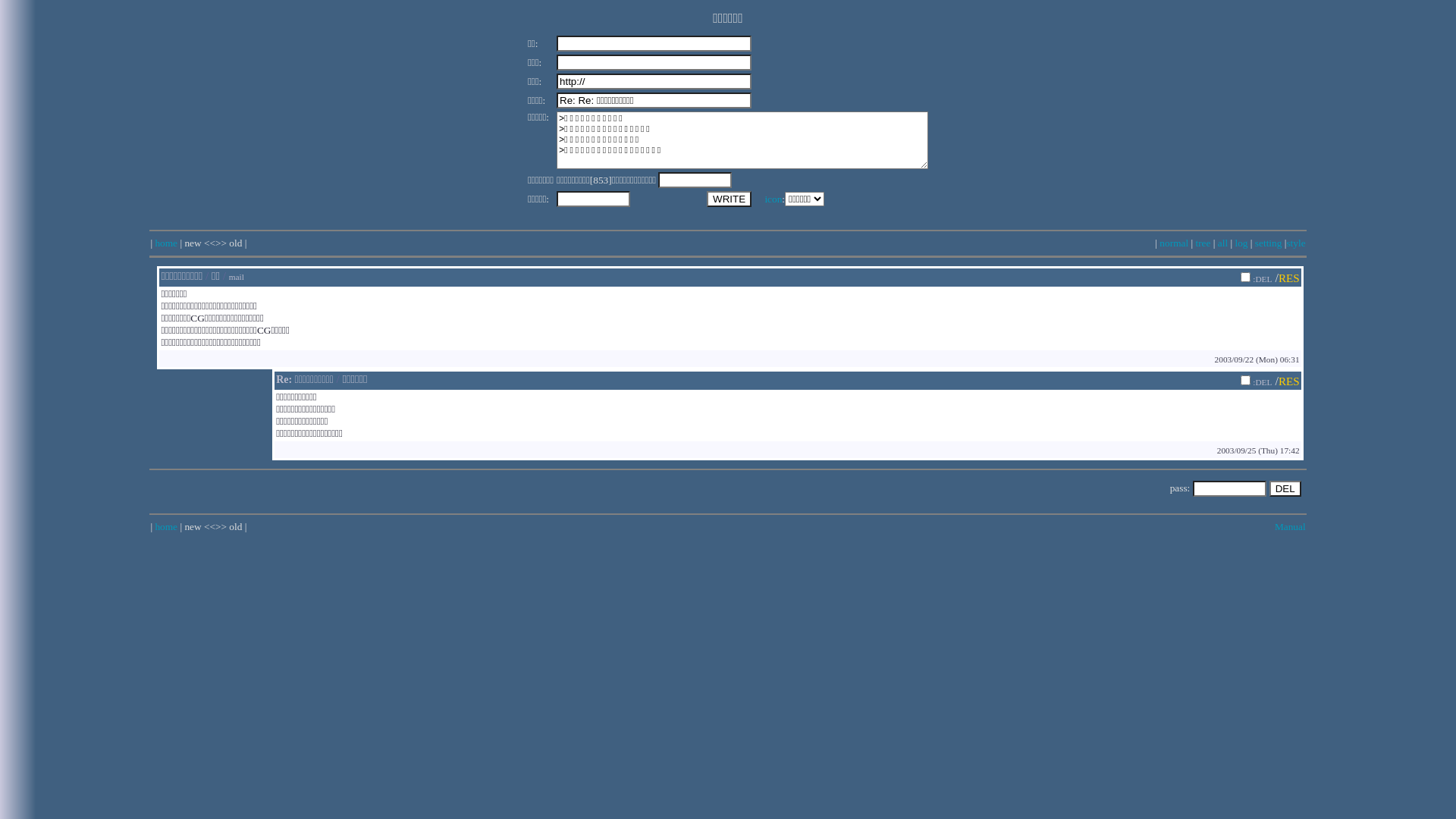 This screenshot has height=819, width=1456. I want to click on 'Manual', so click(1289, 526).